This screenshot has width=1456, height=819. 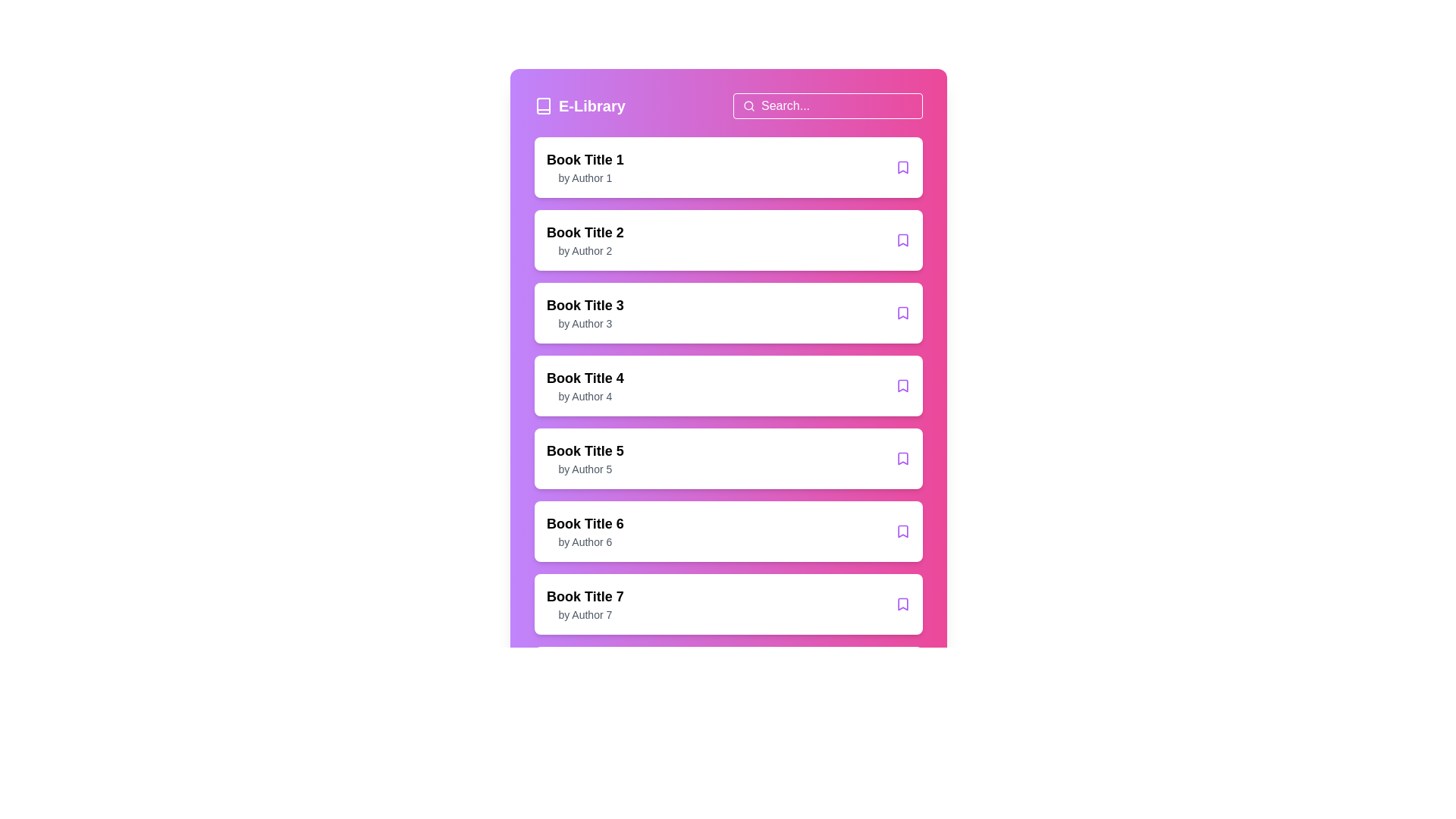 What do you see at coordinates (584, 239) in the screenshot?
I see `the text block displaying 'Book Title 2' and 'by Author 2', which is the second item in a vertical list on the main display` at bounding box center [584, 239].